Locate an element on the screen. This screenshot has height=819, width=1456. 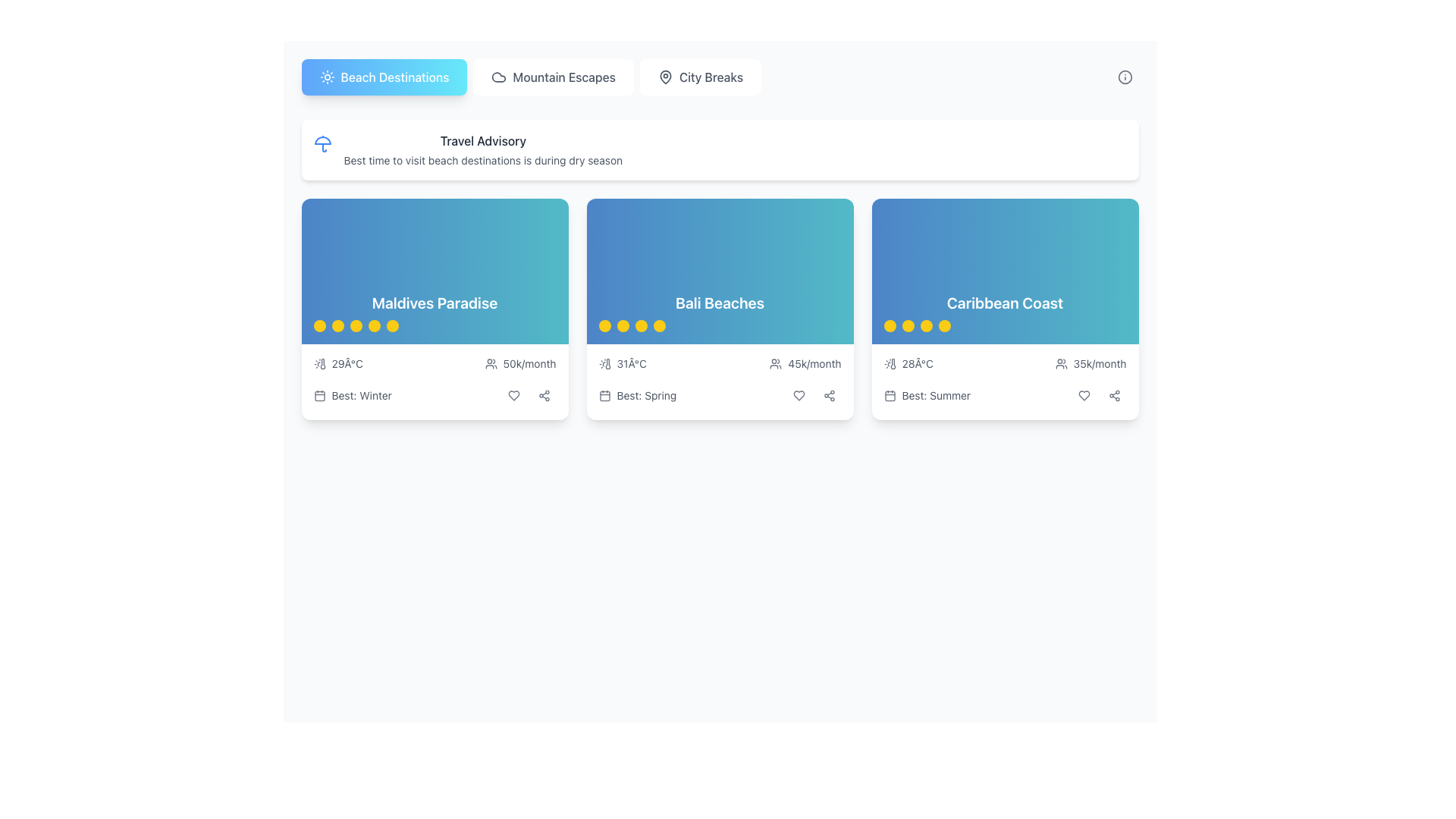
the fourth yellow circle in the 'Caribbean Coast' section, which serves as a status indicator is located at coordinates (943, 325).